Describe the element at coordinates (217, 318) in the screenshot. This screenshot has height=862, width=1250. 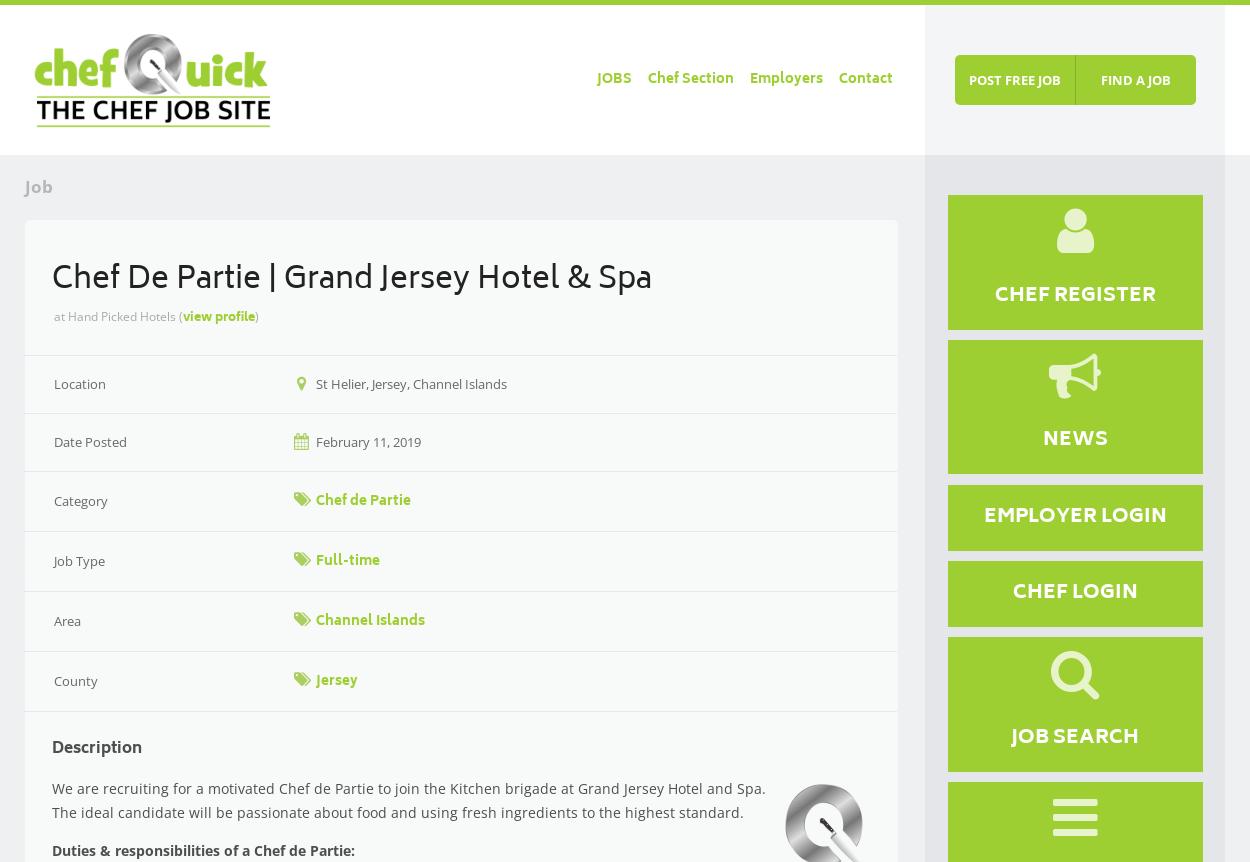
I see `'view profile'` at that location.